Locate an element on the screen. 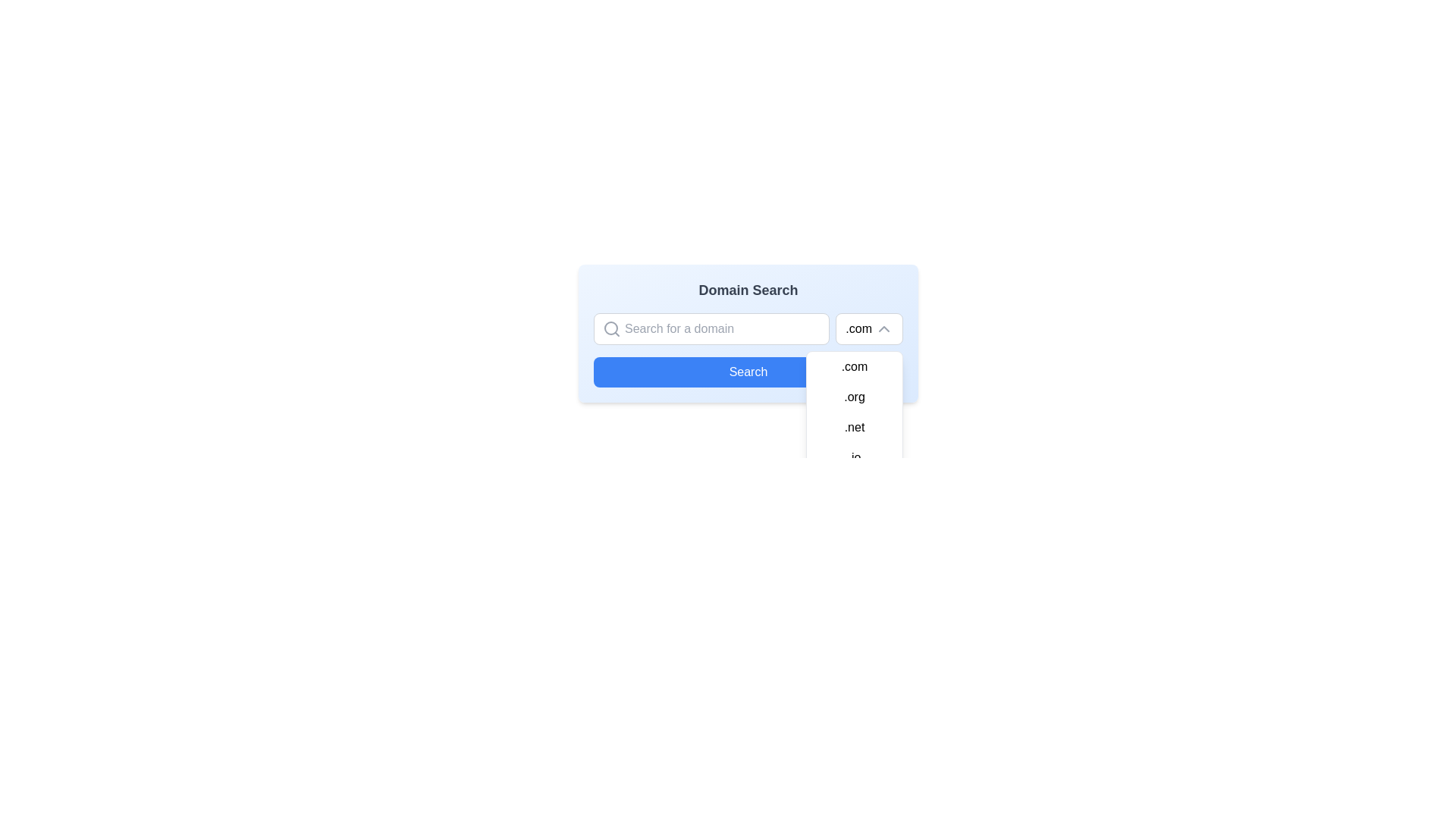  the '.org' option in the dropdown list located to the right of the search bar, which is the second item in the list is located at coordinates (855, 397).